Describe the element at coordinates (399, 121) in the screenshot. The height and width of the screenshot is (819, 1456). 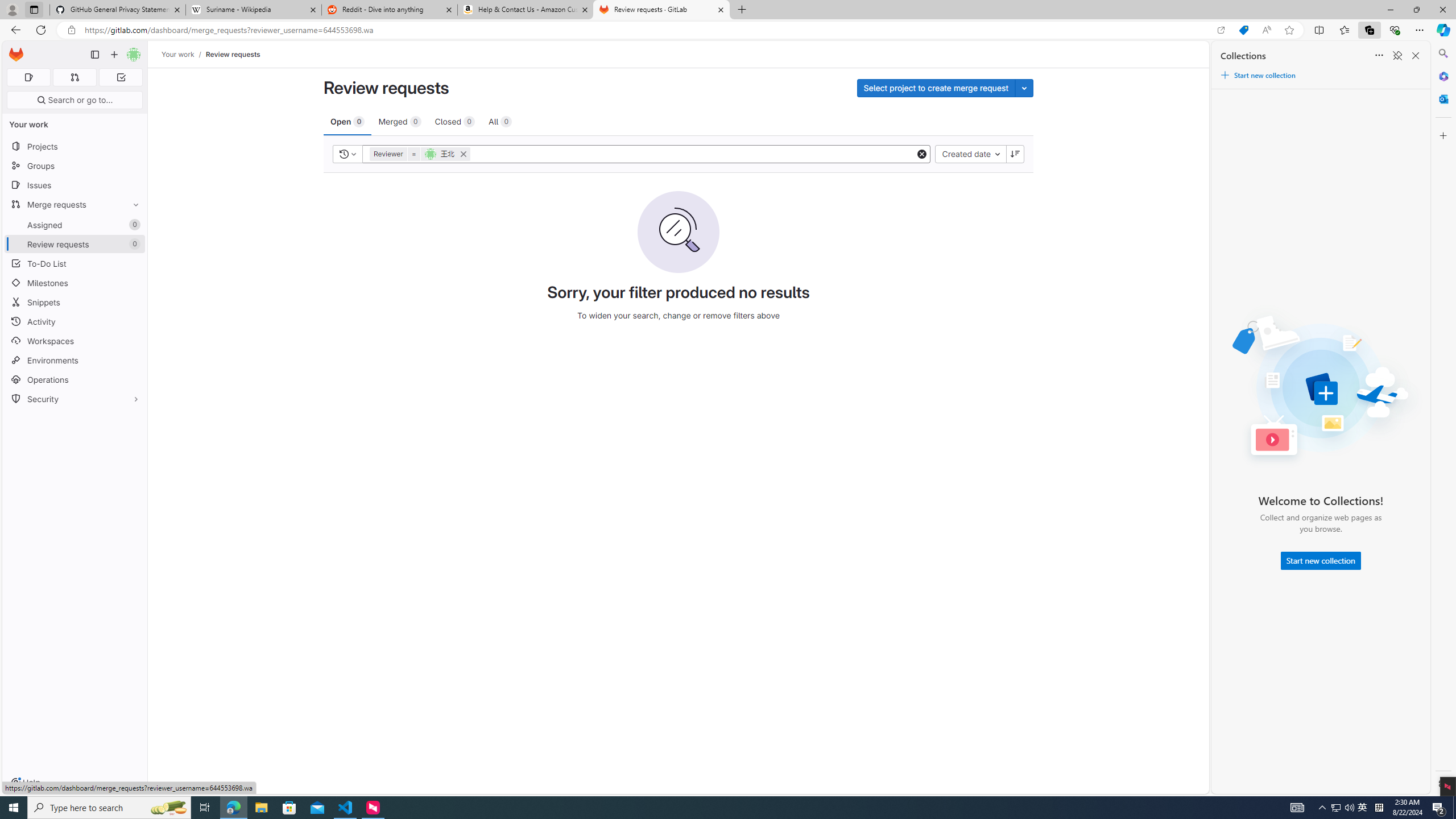
I see `'Merged 0'` at that location.